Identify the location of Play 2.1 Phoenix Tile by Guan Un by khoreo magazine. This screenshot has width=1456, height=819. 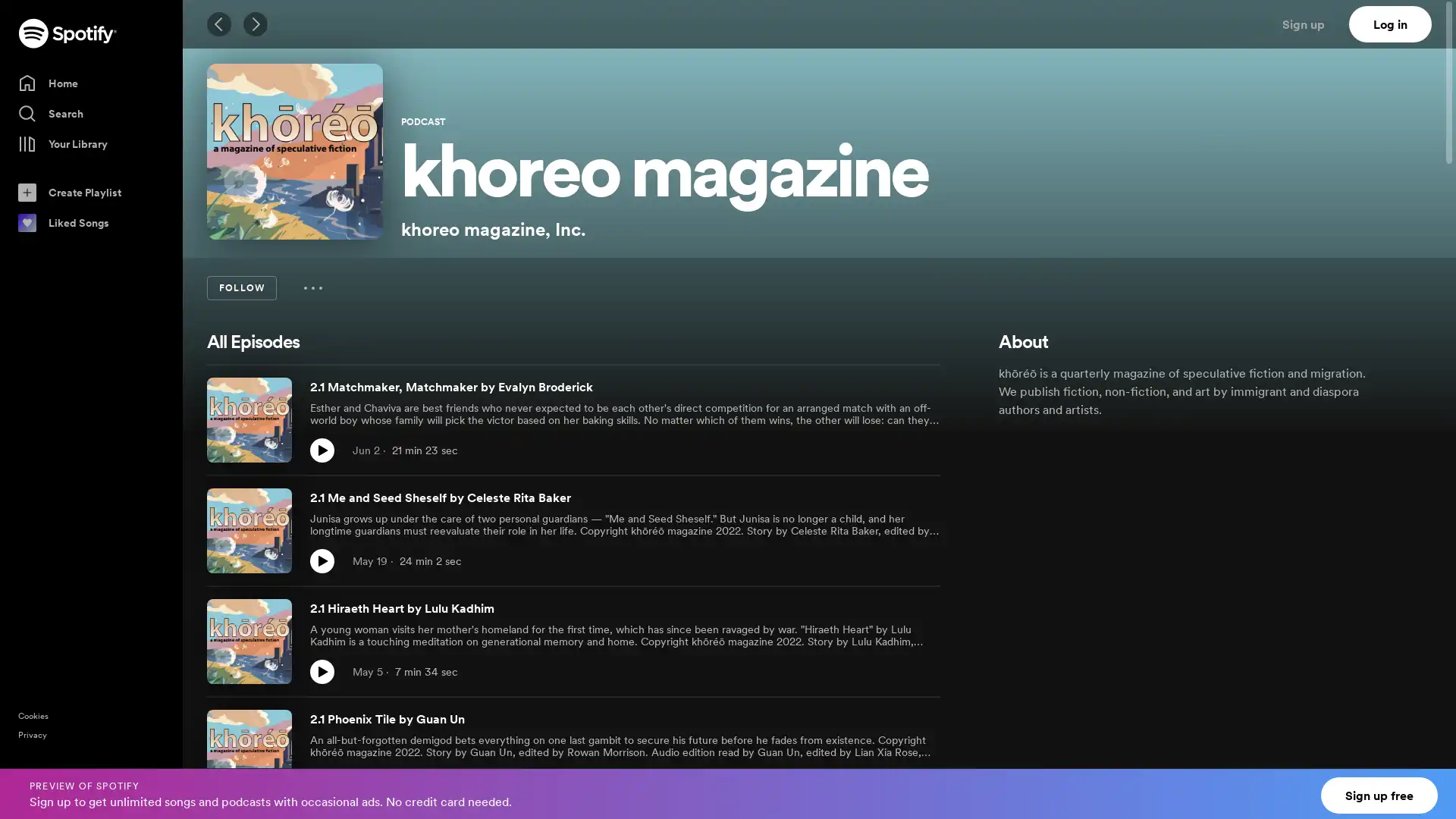
(322, 783).